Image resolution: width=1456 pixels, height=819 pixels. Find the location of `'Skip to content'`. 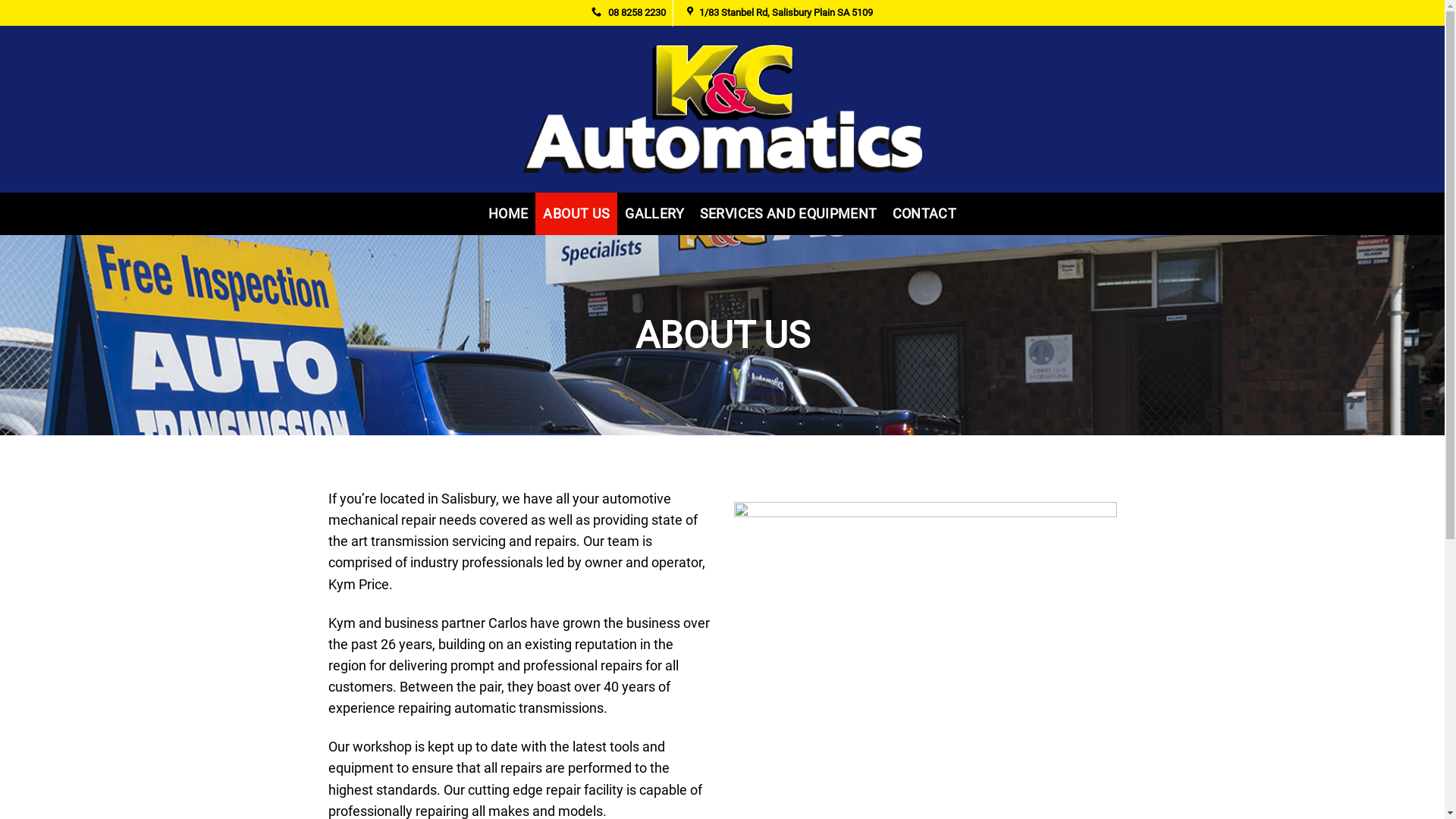

'Skip to content' is located at coordinates (0, 0).